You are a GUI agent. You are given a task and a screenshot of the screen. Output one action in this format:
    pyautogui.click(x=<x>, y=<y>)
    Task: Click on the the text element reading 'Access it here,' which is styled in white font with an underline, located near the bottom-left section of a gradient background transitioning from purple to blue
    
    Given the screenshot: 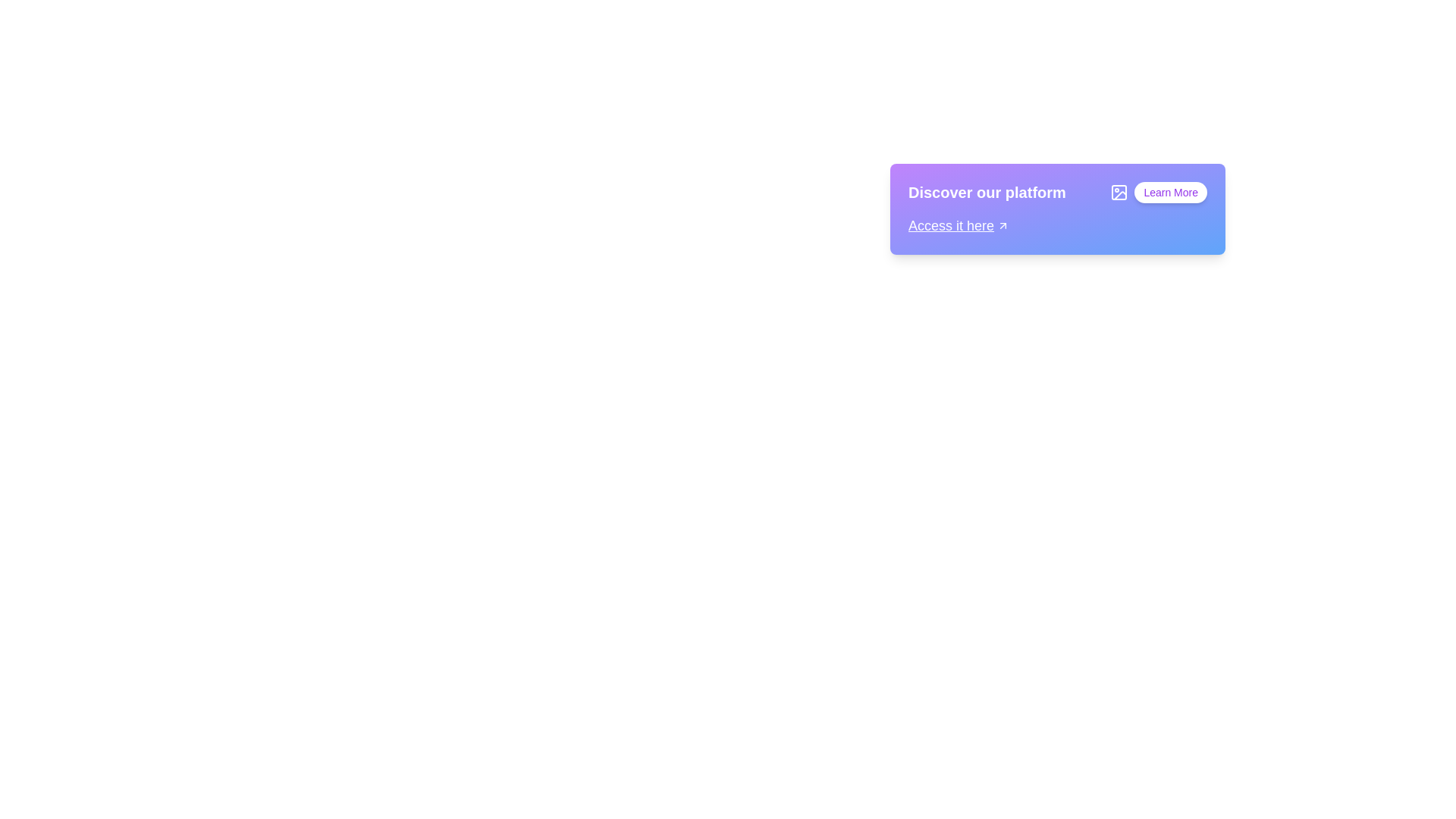 What is the action you would take?
    pyautogui.click(x=950, y=225)
    